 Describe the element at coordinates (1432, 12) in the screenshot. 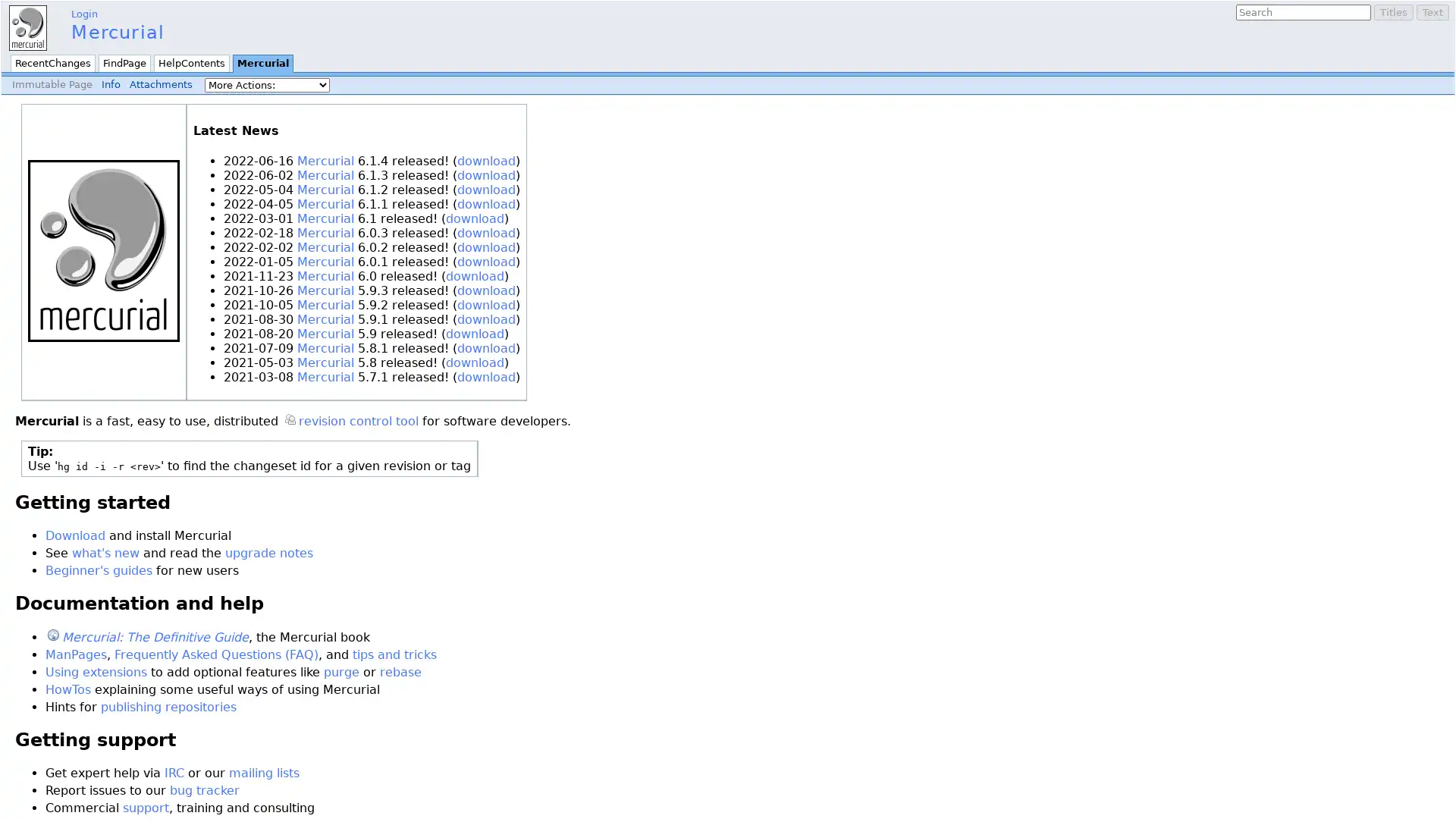

I see `Text` at that location.